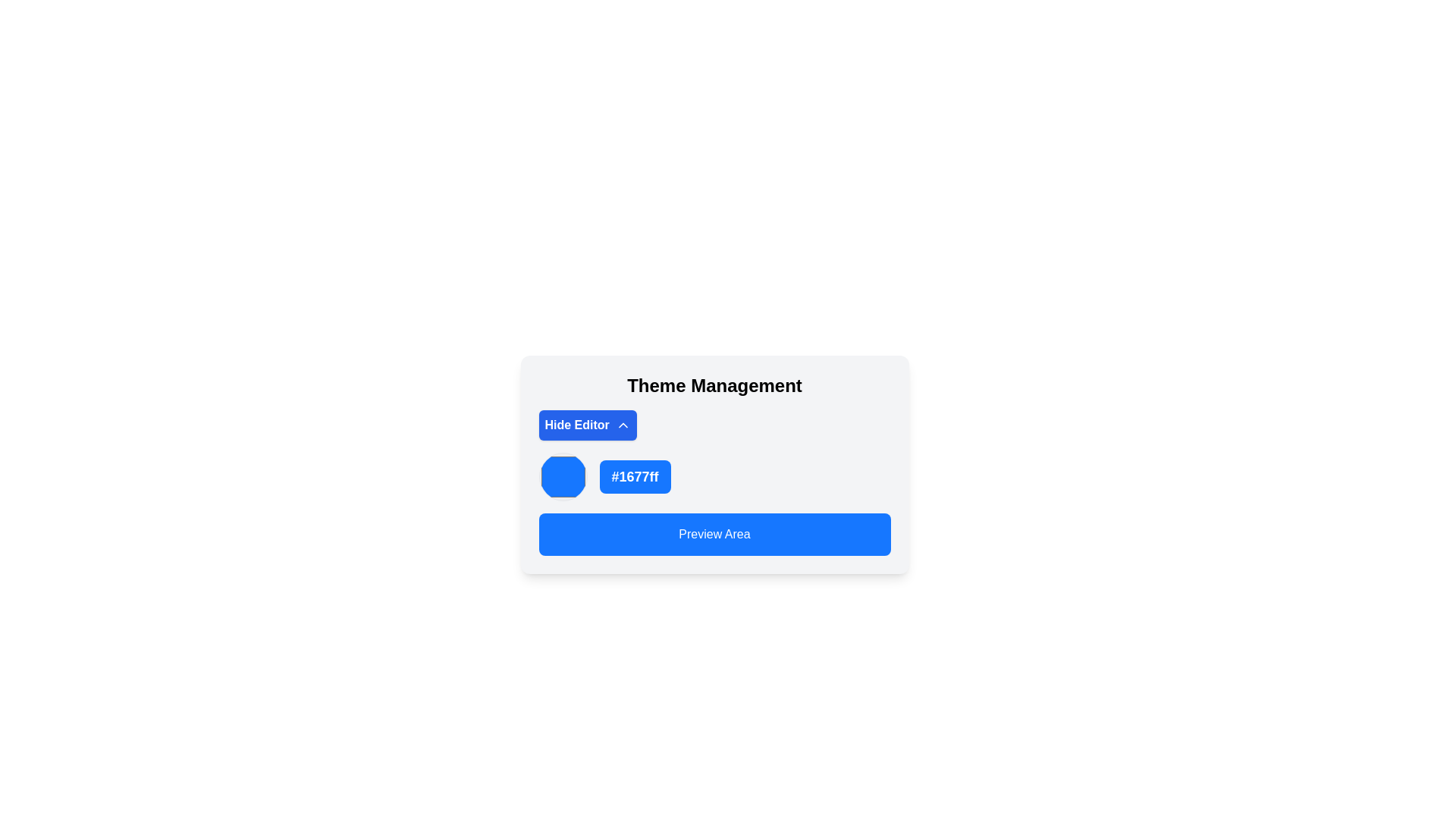 The width and height of the screenshot is (1456, 819). I want to click on the upward-pointing chevron icon inside the 'Hide Editor' button, so click(623, 425).